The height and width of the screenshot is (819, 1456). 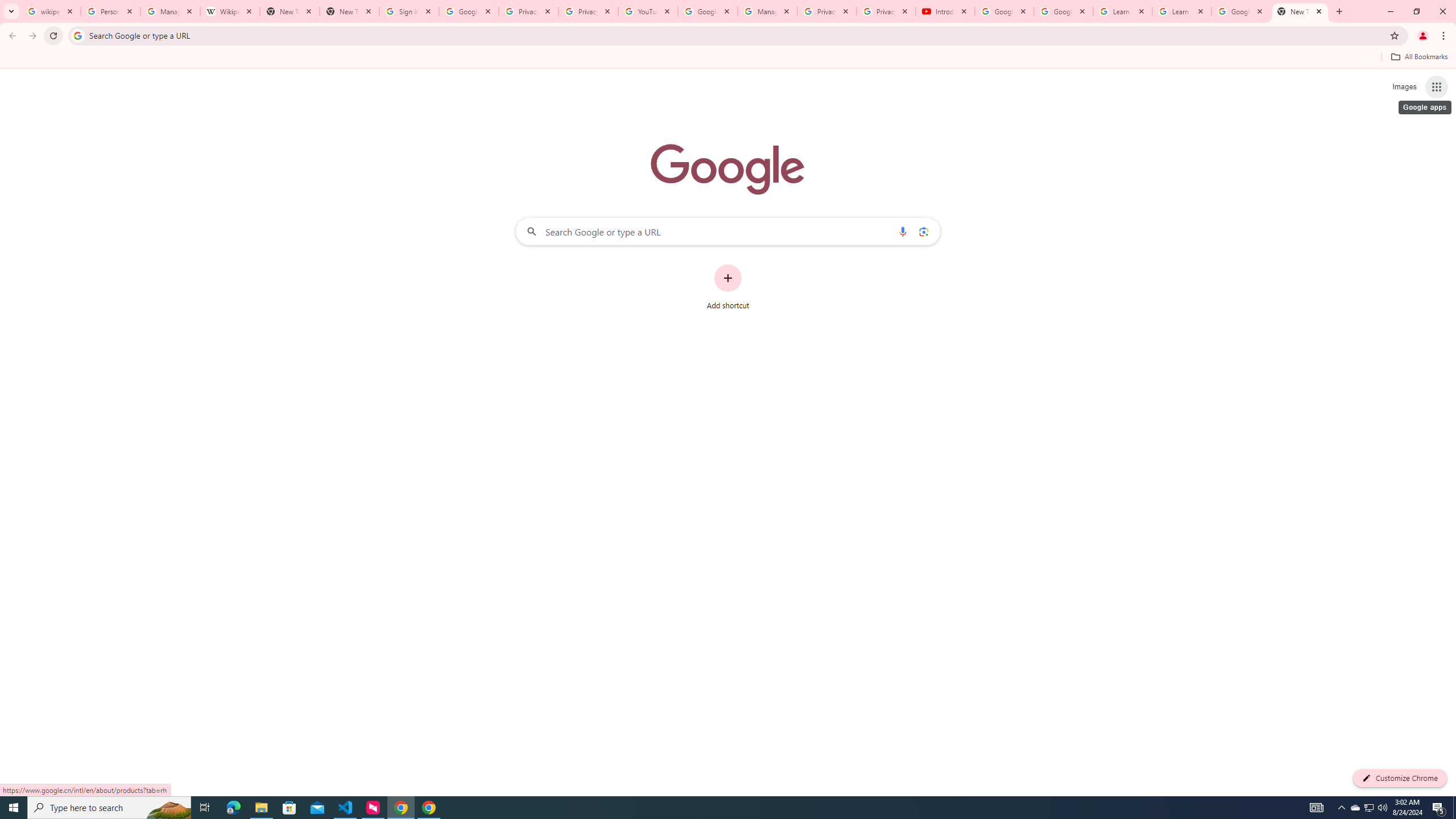 I want to click on 'Search icon', so click(x=77, y=35).